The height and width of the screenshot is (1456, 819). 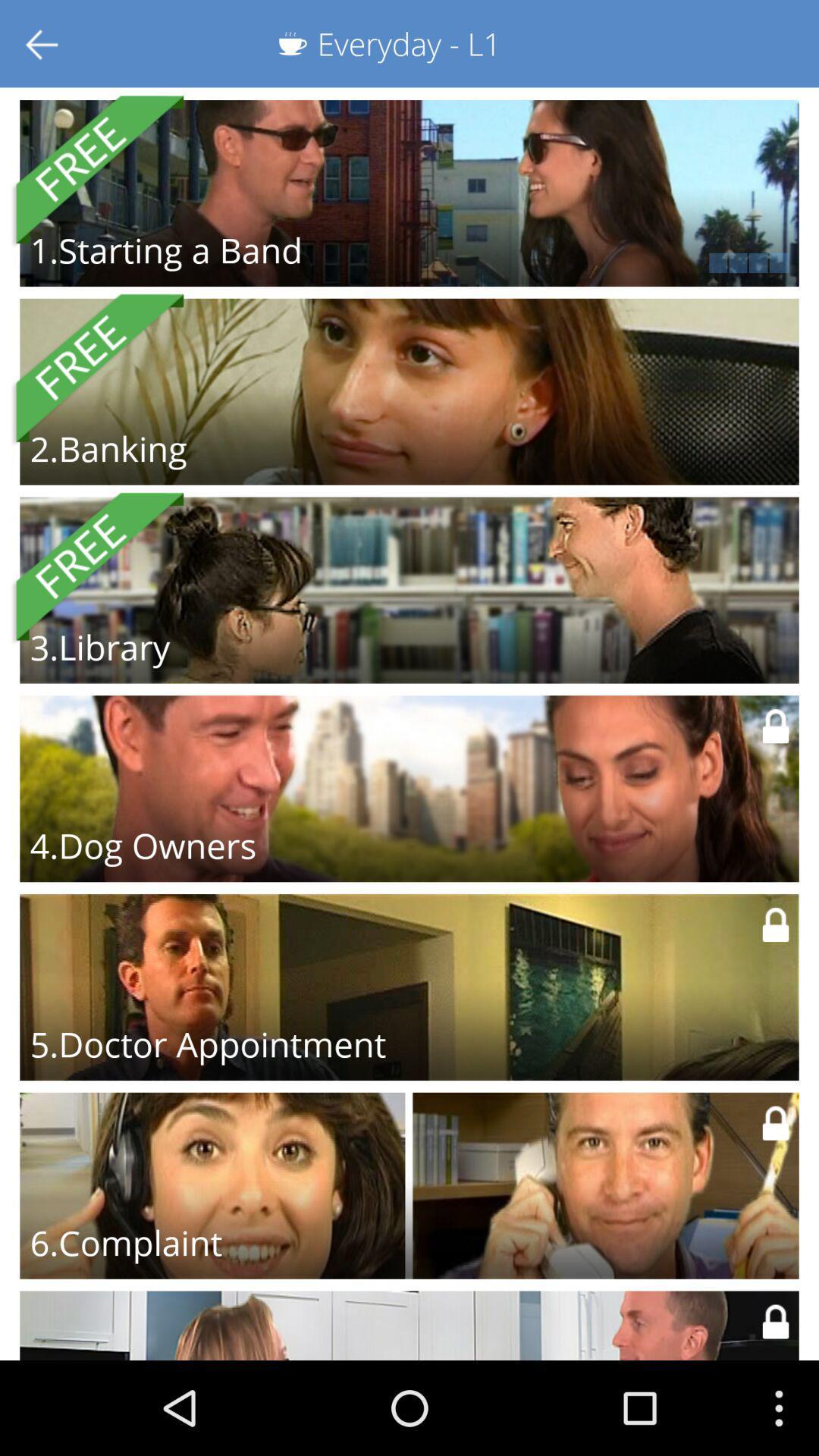 What do you see at coordinates (607, 262) in the screenshot?
I see `the icon next to 1 starting a item` at bounding box center [607, 262].